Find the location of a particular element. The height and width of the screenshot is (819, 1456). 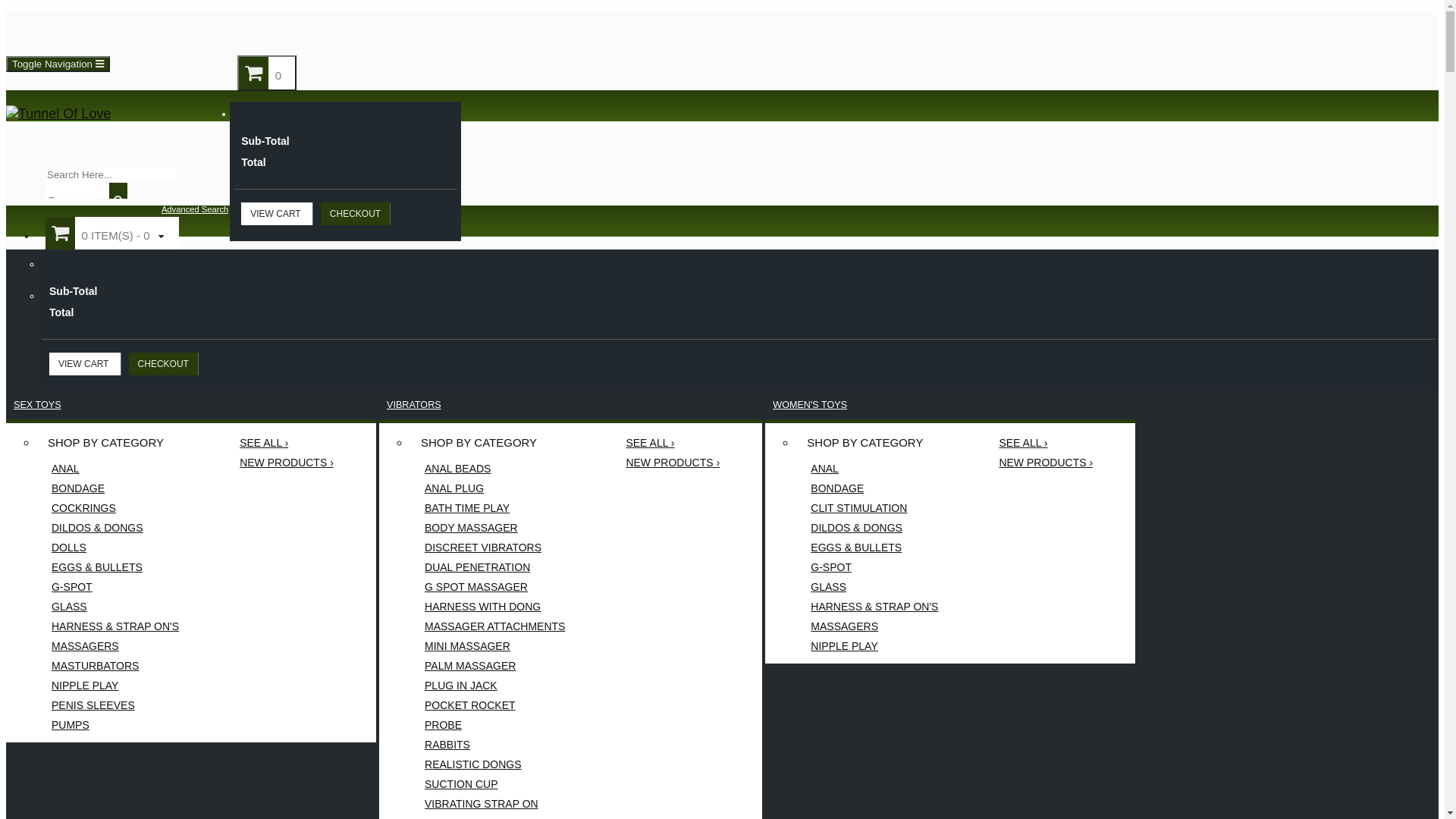

'WOMEN'S TOYS' is located at coordinates (809, 403).